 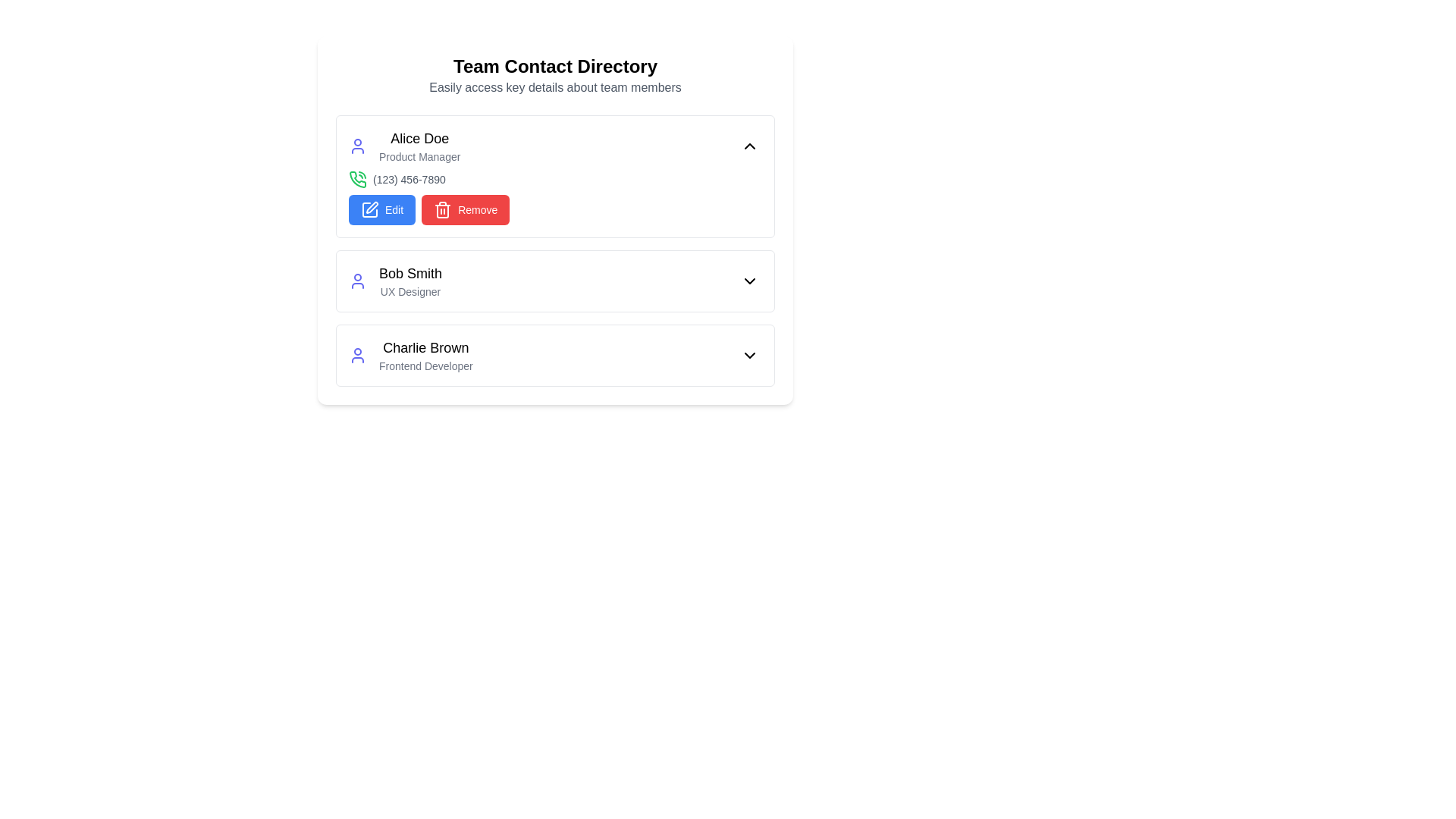 What do you see at coordinates (554, 76) in the screenshot?
I see `text from the Header with subtitle that displays 'Team Contact Directory' and 'Easily access key details about team members'` at bounding box center [554, 76].